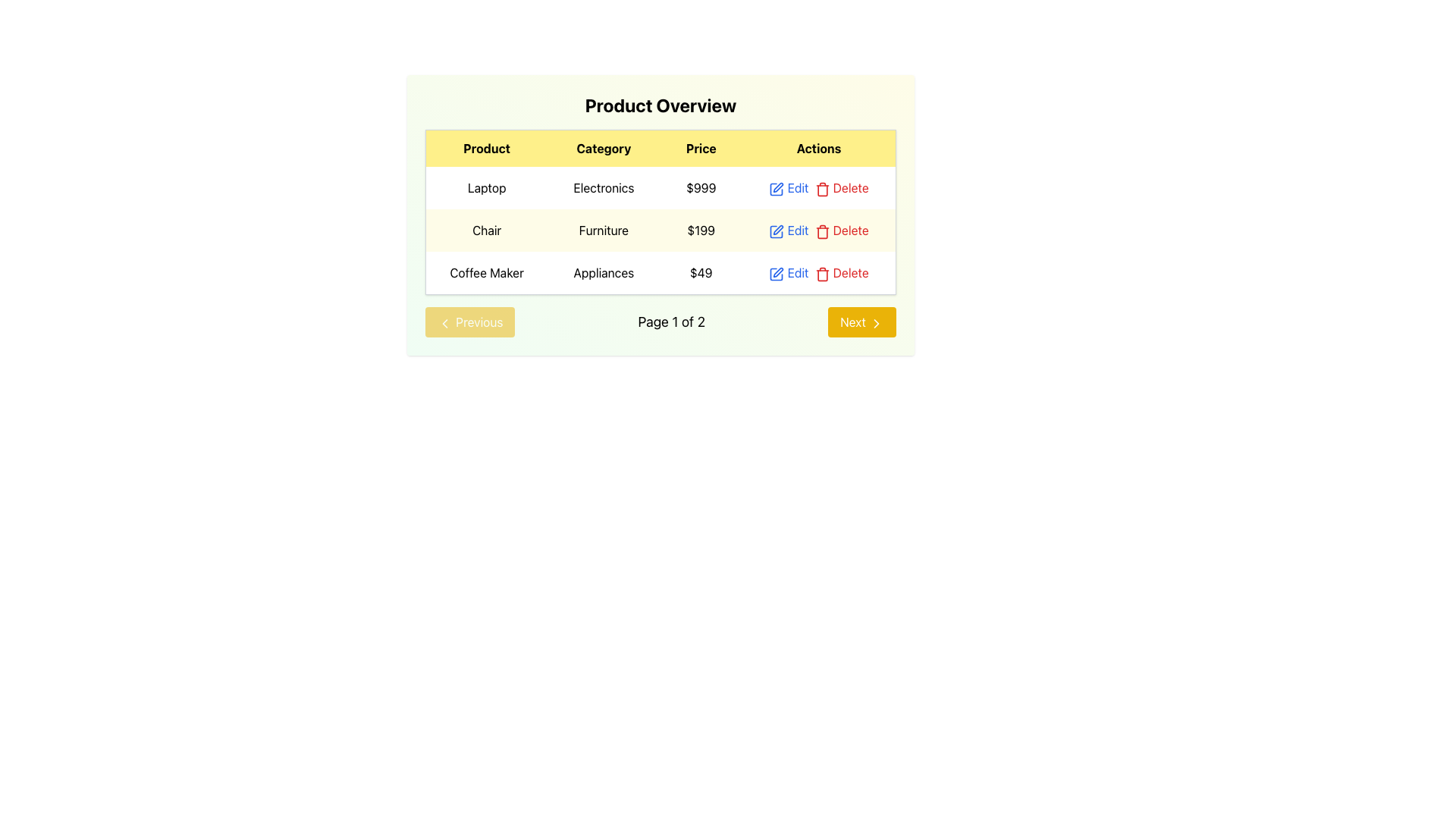 The height and width of the screenshot is (819, 1456). Describe the element at coordinates (486, 273) in the screenshot. I see `the text label displaying 'Coffee Maker' located in the first column of the third row in the product table` at that location.